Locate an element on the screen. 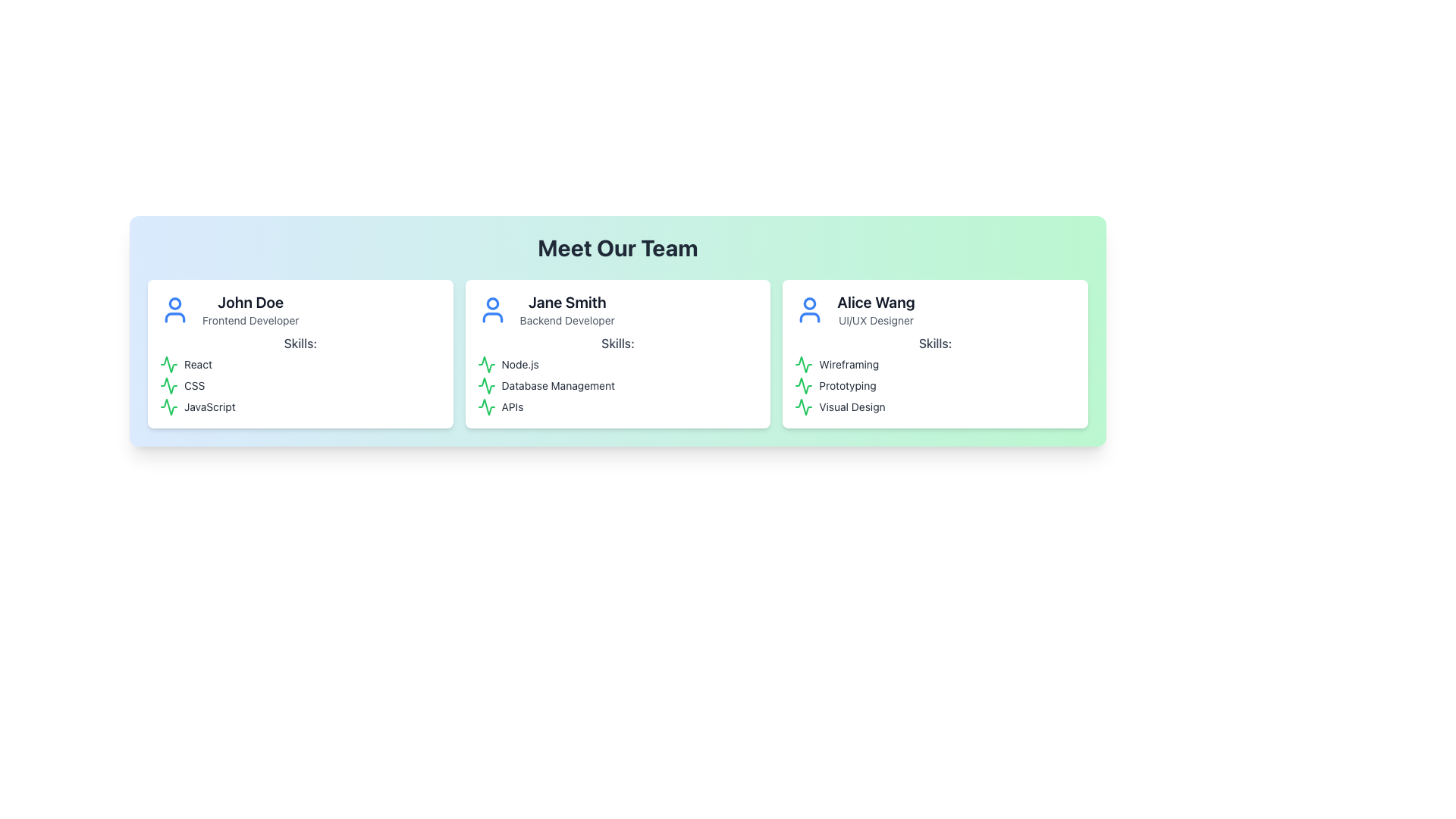 The width and height of the screenshot is (1456, 819). the 'CSS' skill text label in the skills list for individual 'John Doe' is located at coordinates (300, 385).